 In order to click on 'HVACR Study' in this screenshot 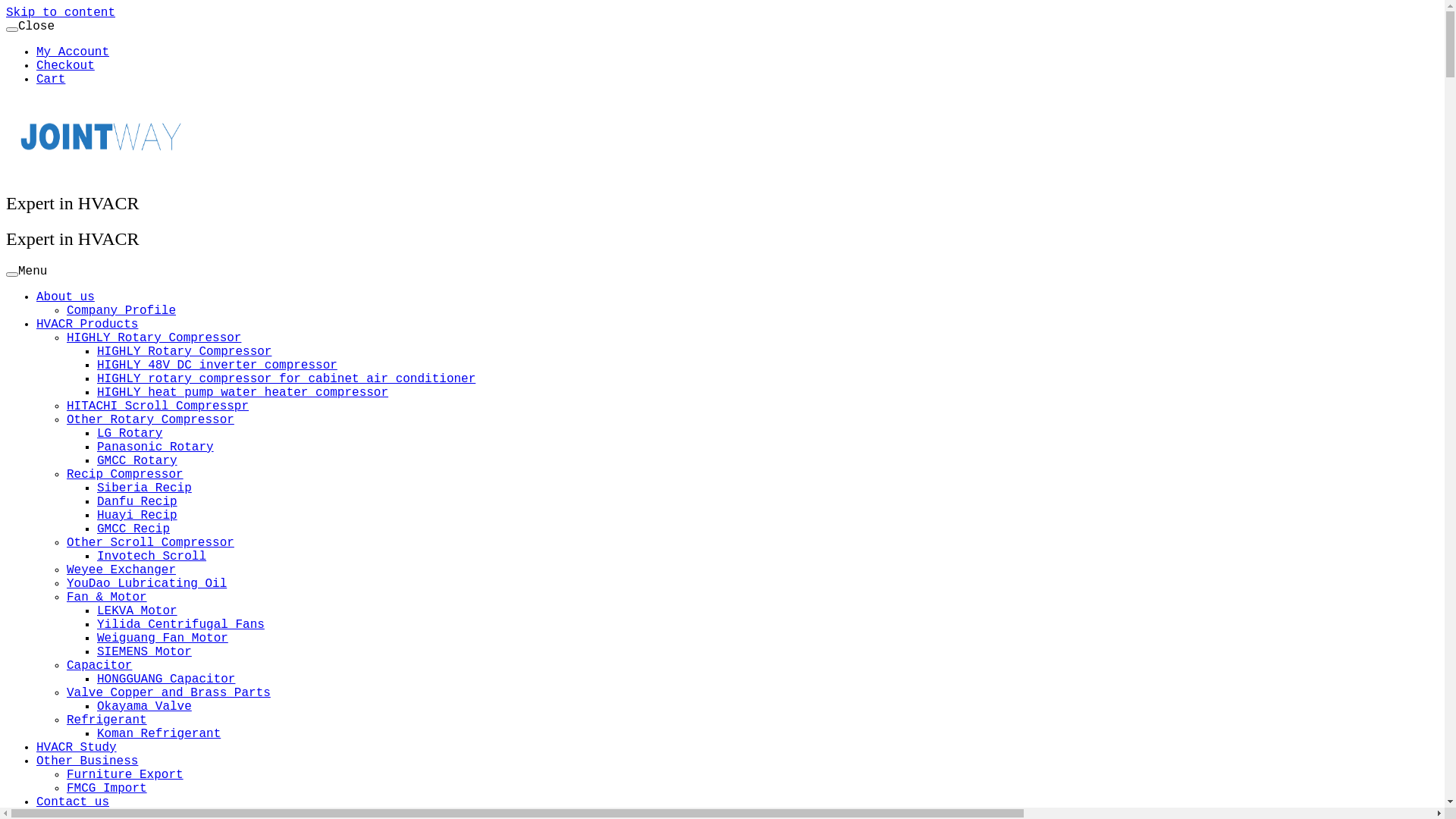, I will do `click(75, 747)`.